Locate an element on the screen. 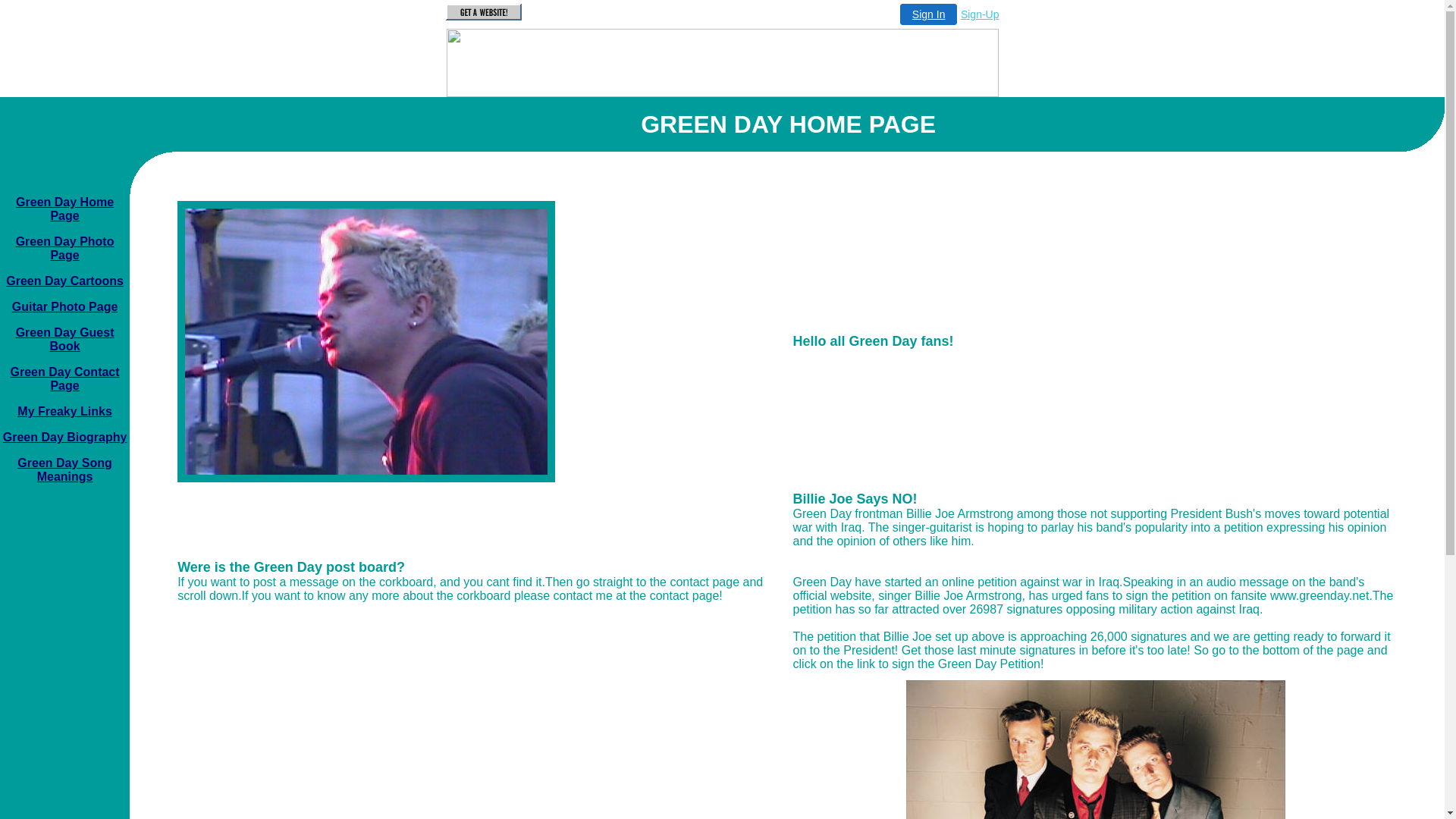  'Green Day Home Page' is located at coordinates (64, 209).